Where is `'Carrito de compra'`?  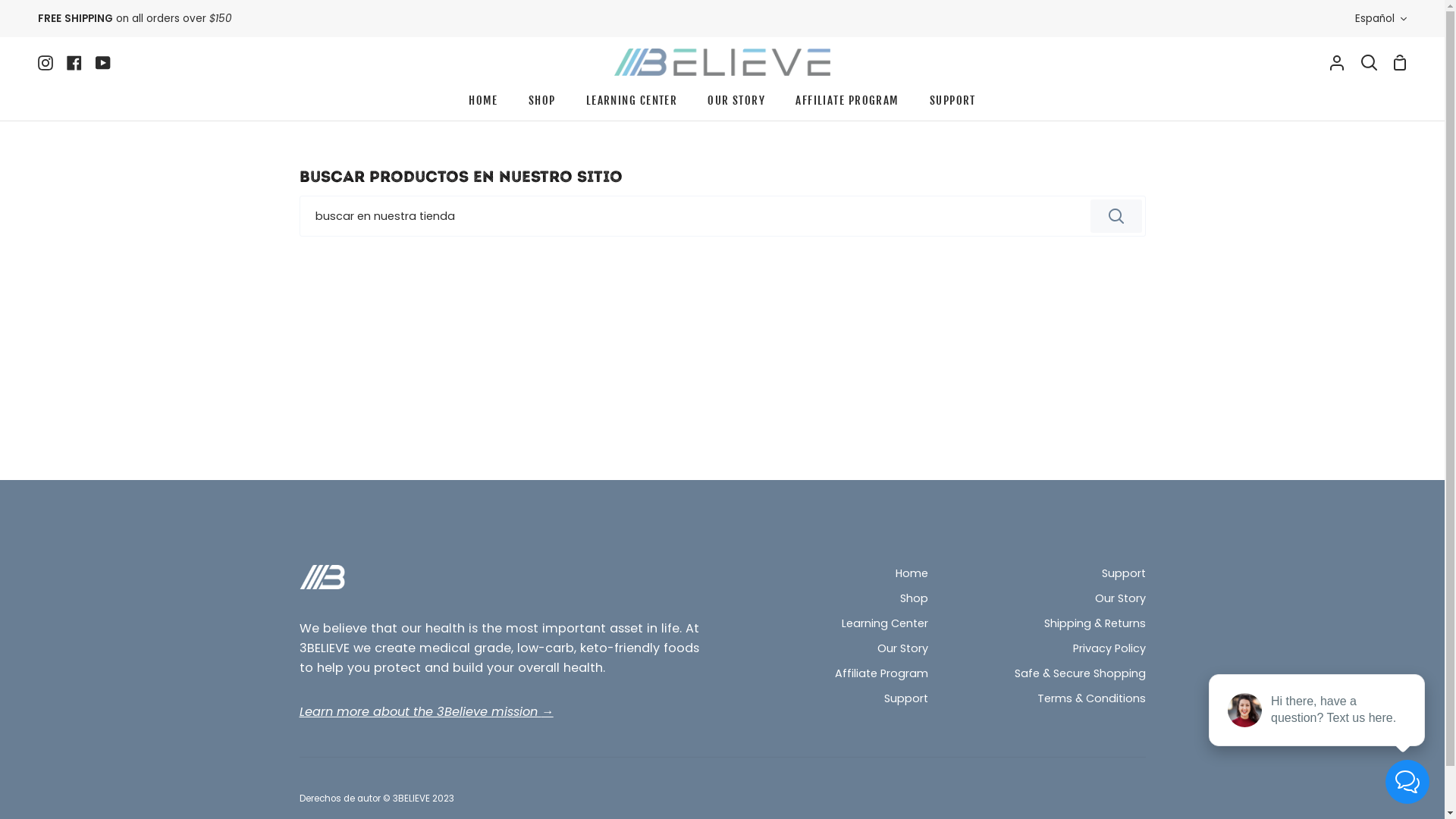
'Carrito de compra' is located at coordinates (1399, 61).